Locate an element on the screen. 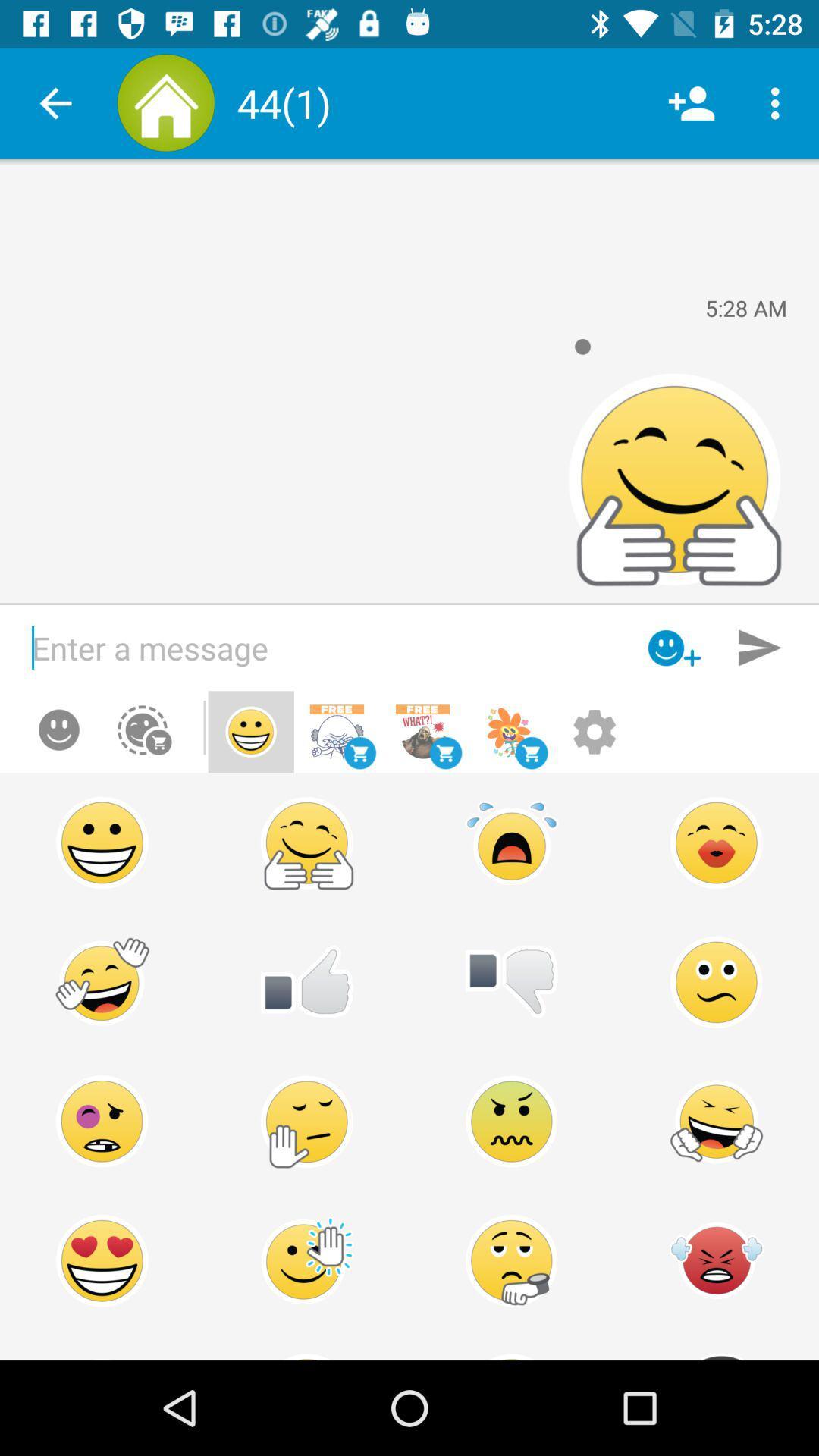 The height and width of the screenshot is (1456, 819). item to the right of the (1) is located at coordinates (691, 102).